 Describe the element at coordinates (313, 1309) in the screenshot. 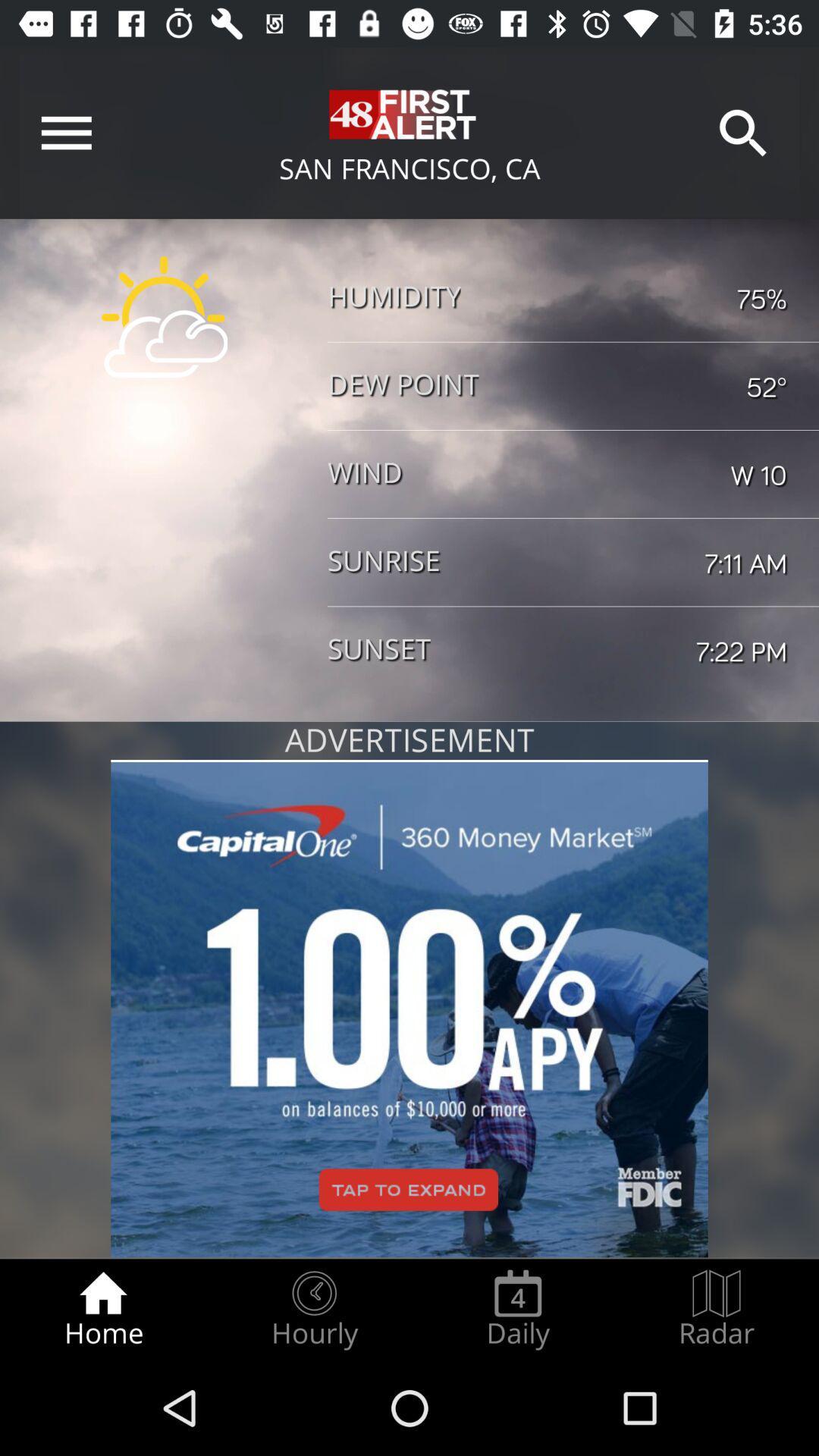

I see `the radio button next to daily` at that location.